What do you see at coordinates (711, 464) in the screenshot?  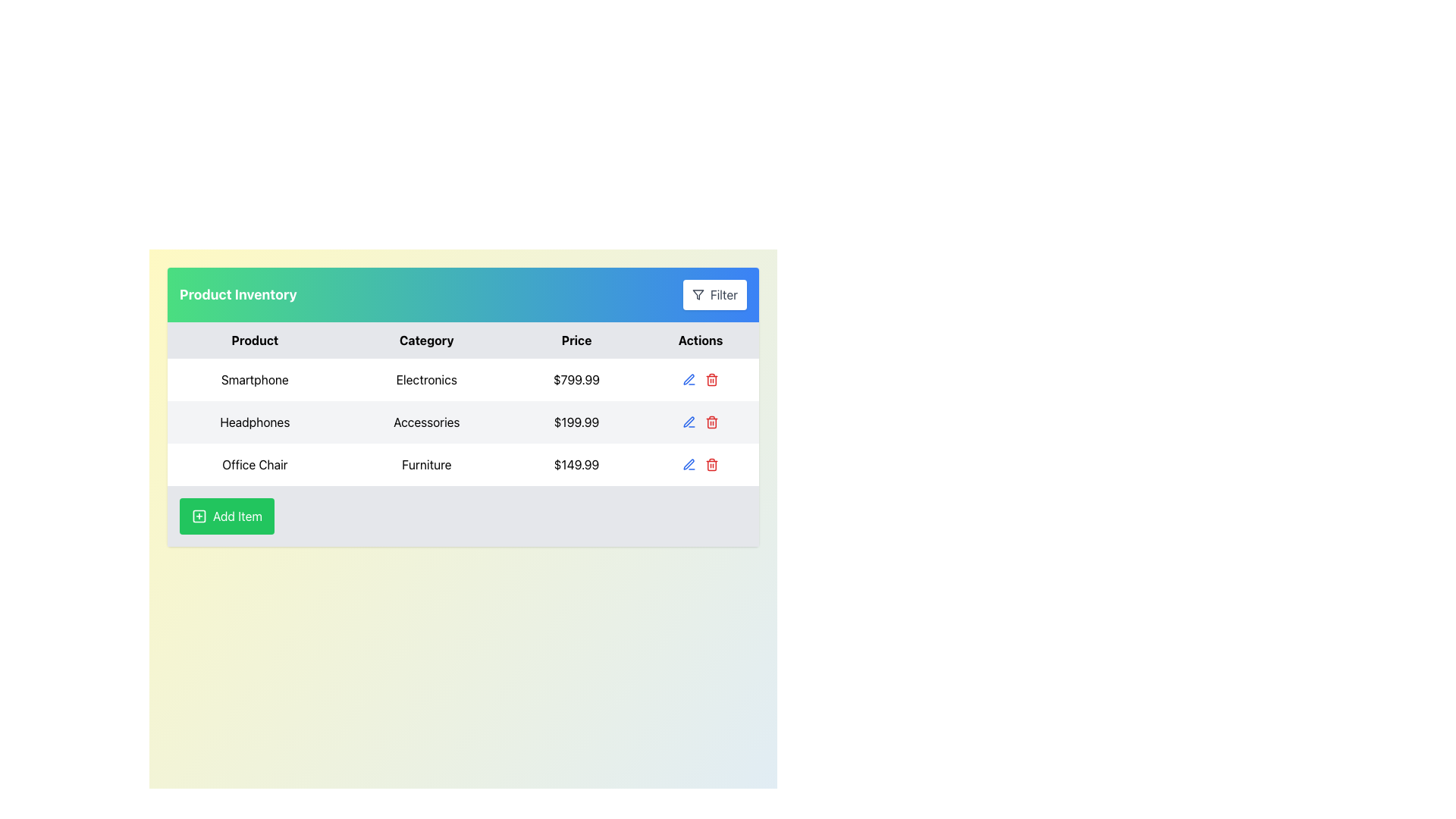 I see `the delete button located in the 'Actions' column of the third row of the table` at bounding box center [711, 464].